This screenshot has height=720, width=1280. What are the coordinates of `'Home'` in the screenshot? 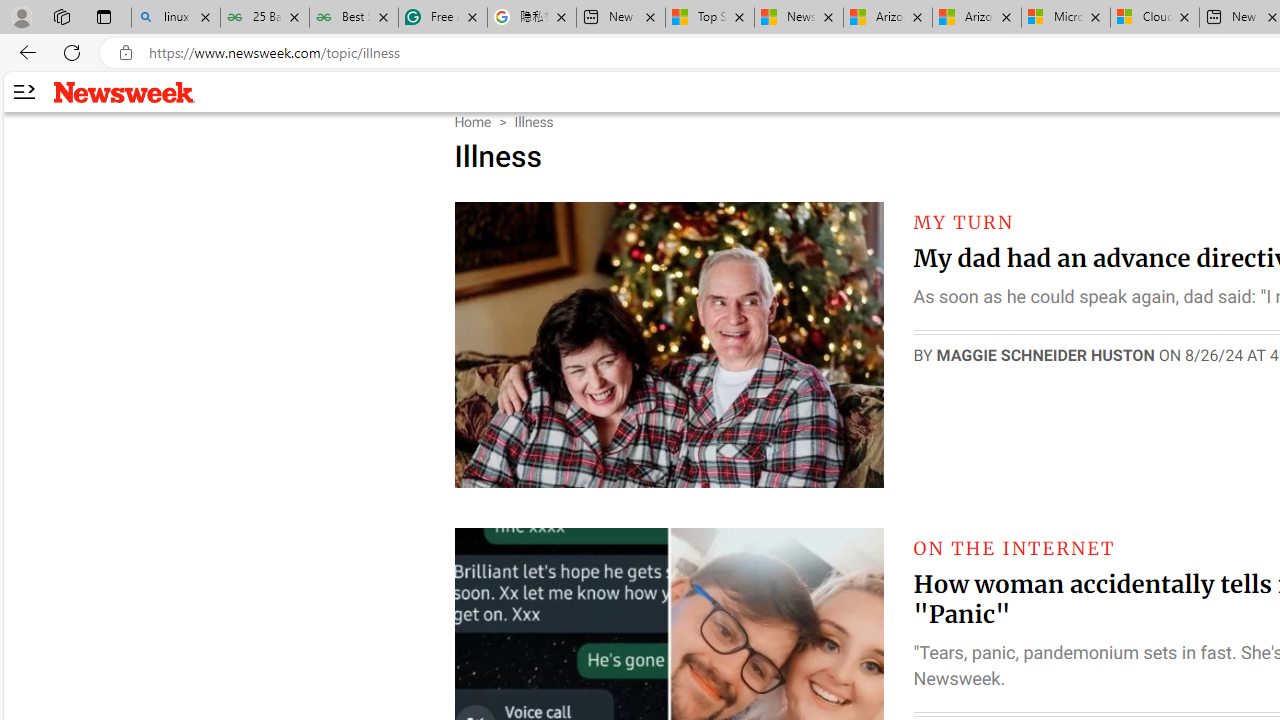 It's located at (471, 122).